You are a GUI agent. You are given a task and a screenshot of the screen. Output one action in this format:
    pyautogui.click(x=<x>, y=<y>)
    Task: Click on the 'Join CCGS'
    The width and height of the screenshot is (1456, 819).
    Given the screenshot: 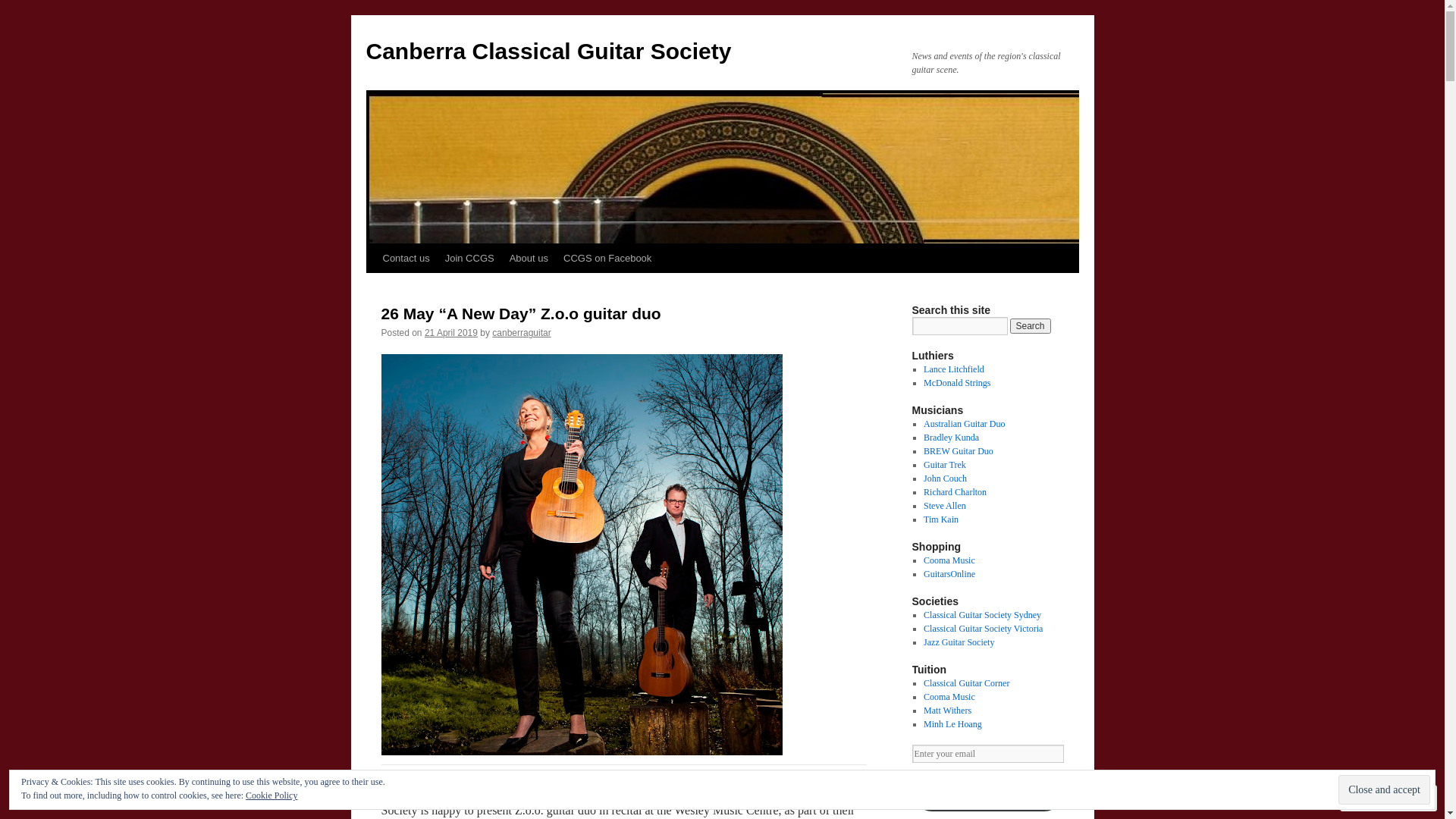 What is the action you would take?
    pyautogui.click(x=469, y=257)
    